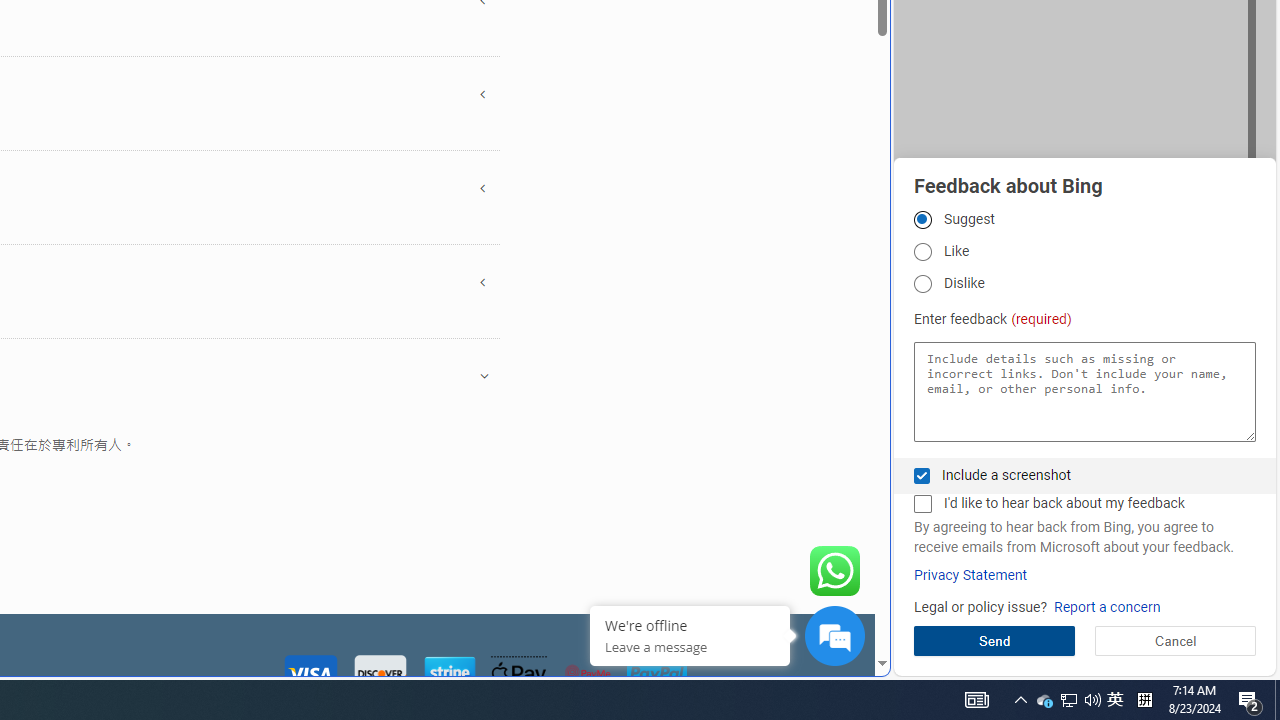 This screenshot has height=720, width=1280. Describe the element at coordinates (970, 575) in the screenshot. I see `'Privacy Statement'` at that location.